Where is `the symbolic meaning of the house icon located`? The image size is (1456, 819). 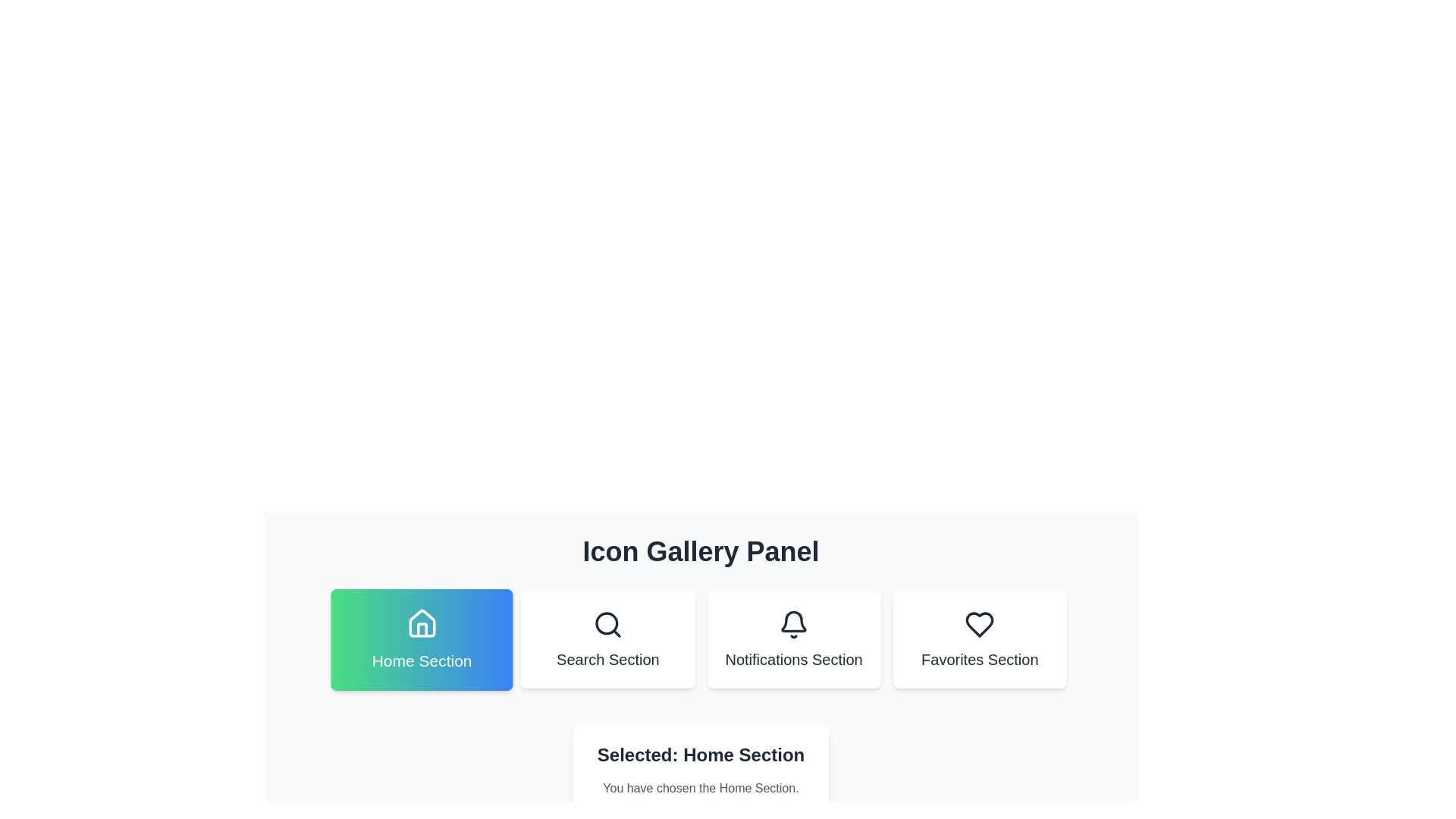 the symbolic meaning of the house icon located is located at coordinates (422, 623).